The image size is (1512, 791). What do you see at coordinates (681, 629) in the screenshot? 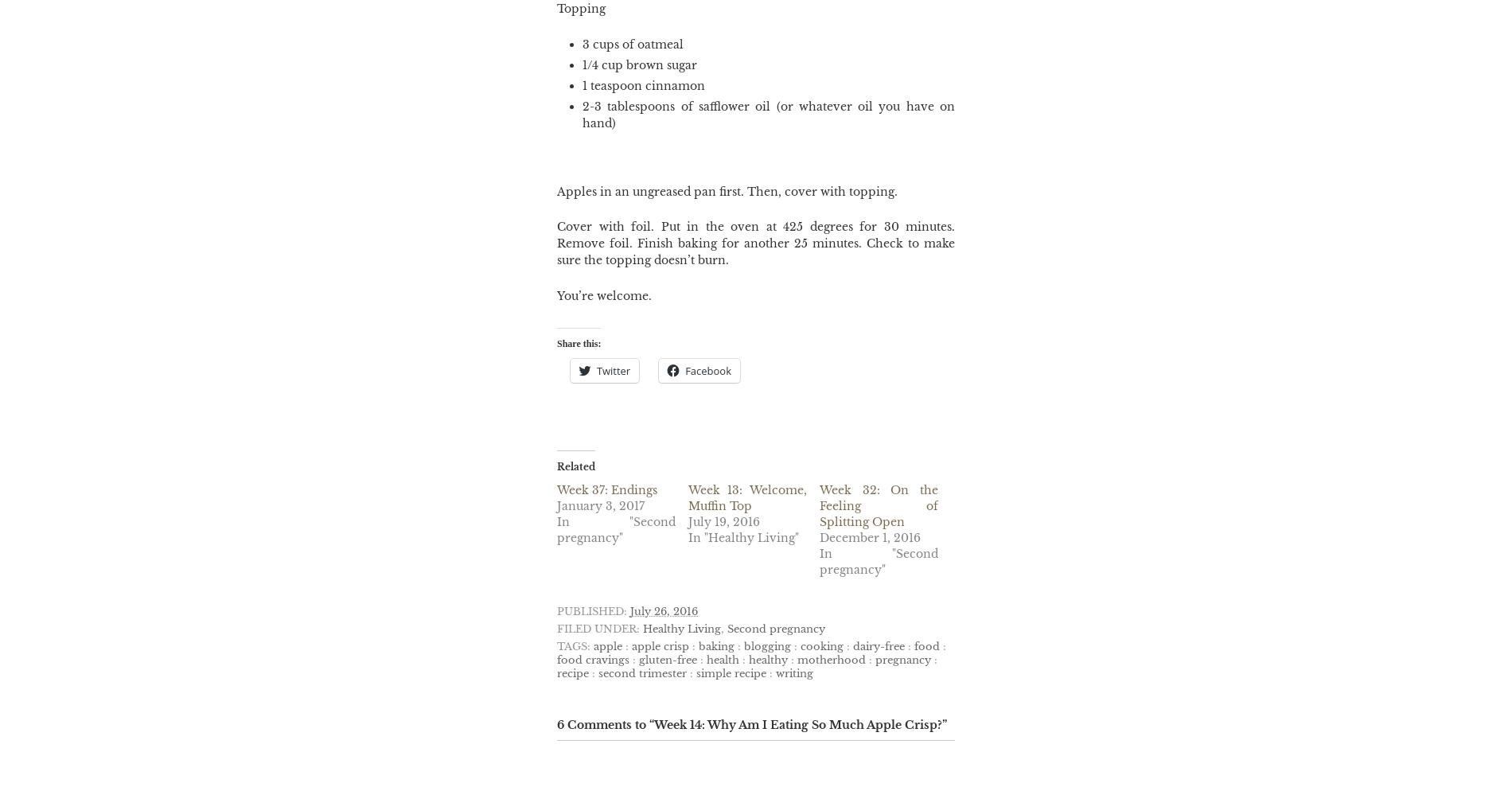
I see `'Healthy Living'` at bounding box center [681, 629].